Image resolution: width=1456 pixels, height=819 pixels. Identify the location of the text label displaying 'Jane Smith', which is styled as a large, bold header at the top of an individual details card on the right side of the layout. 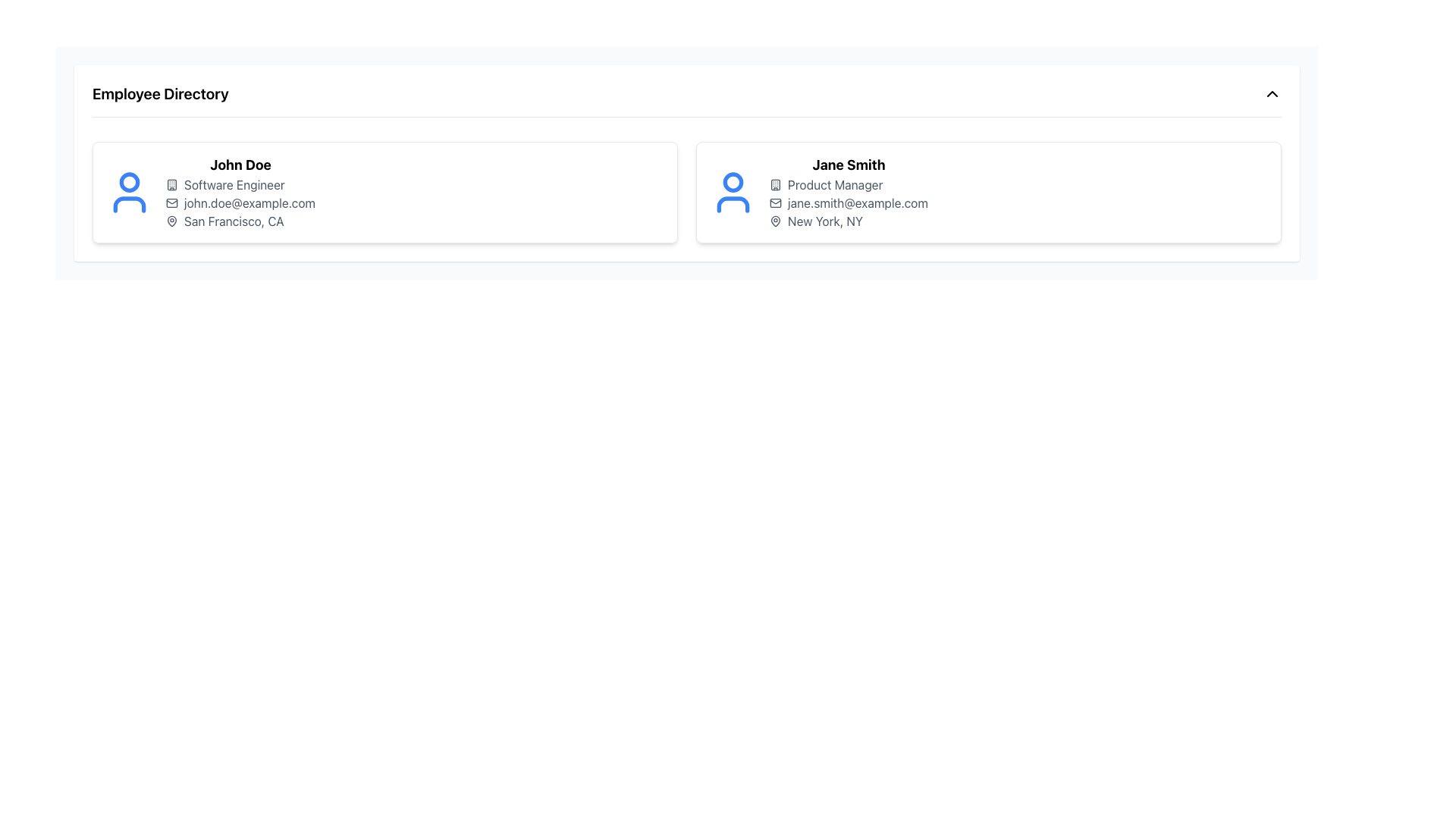
(848, 165).